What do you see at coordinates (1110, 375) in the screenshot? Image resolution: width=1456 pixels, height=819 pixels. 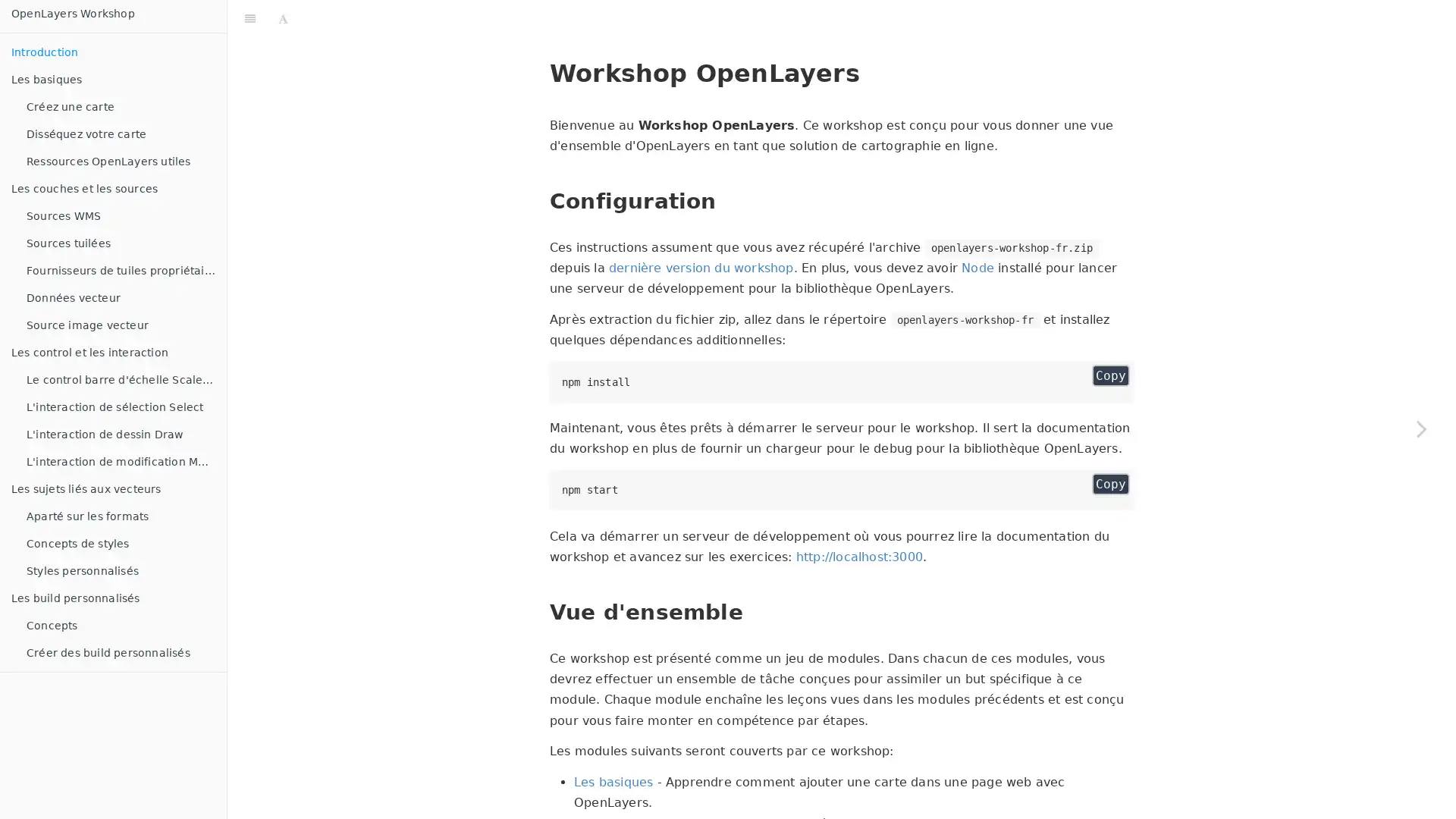 I see `Copy` at bounding box center [1110, 375].